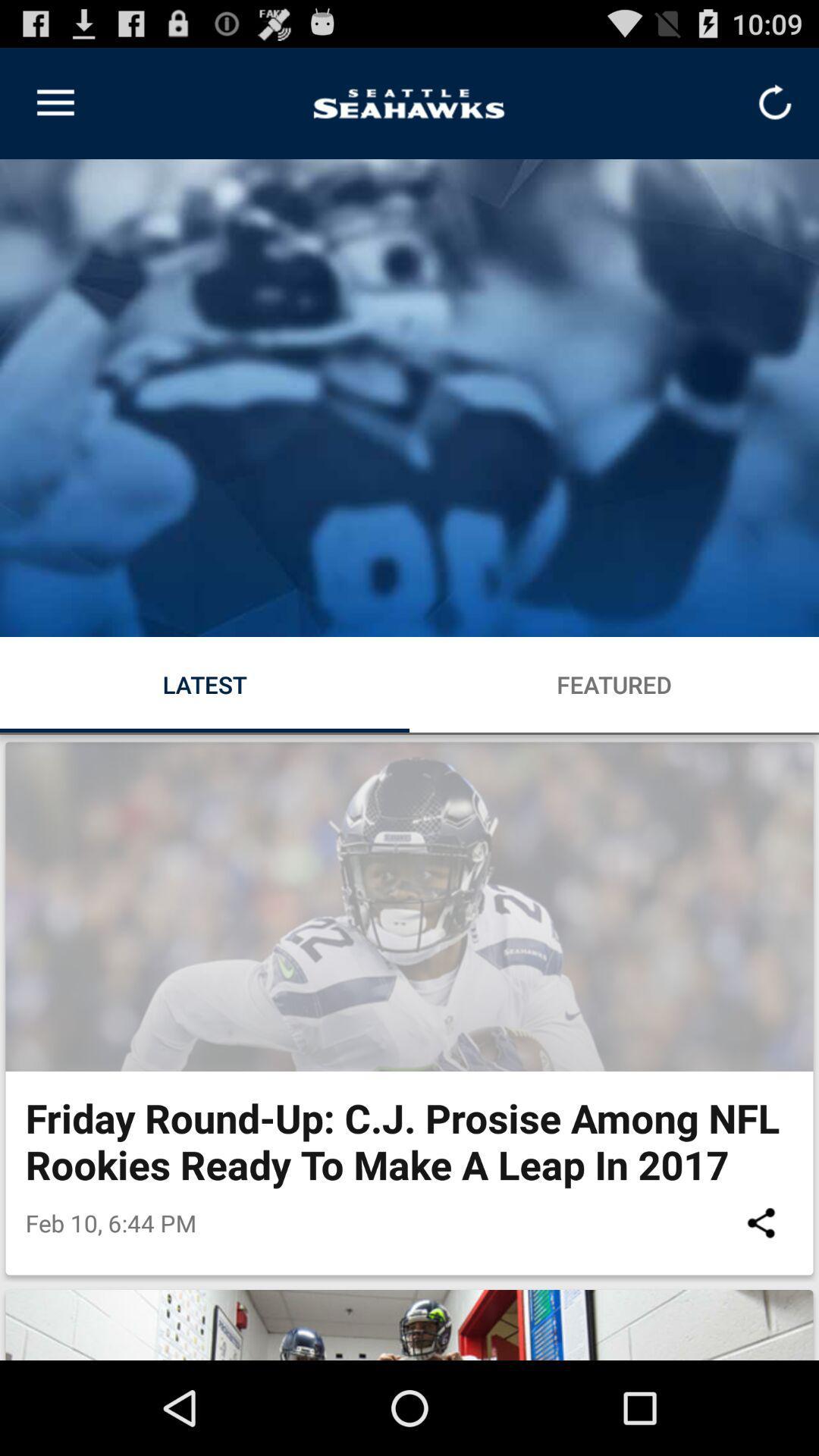  What do you see at coordinates (761, 1222) in the screenshot?
I see `icon to the right of the feb 10 6` at bounding box center [761, 1222].